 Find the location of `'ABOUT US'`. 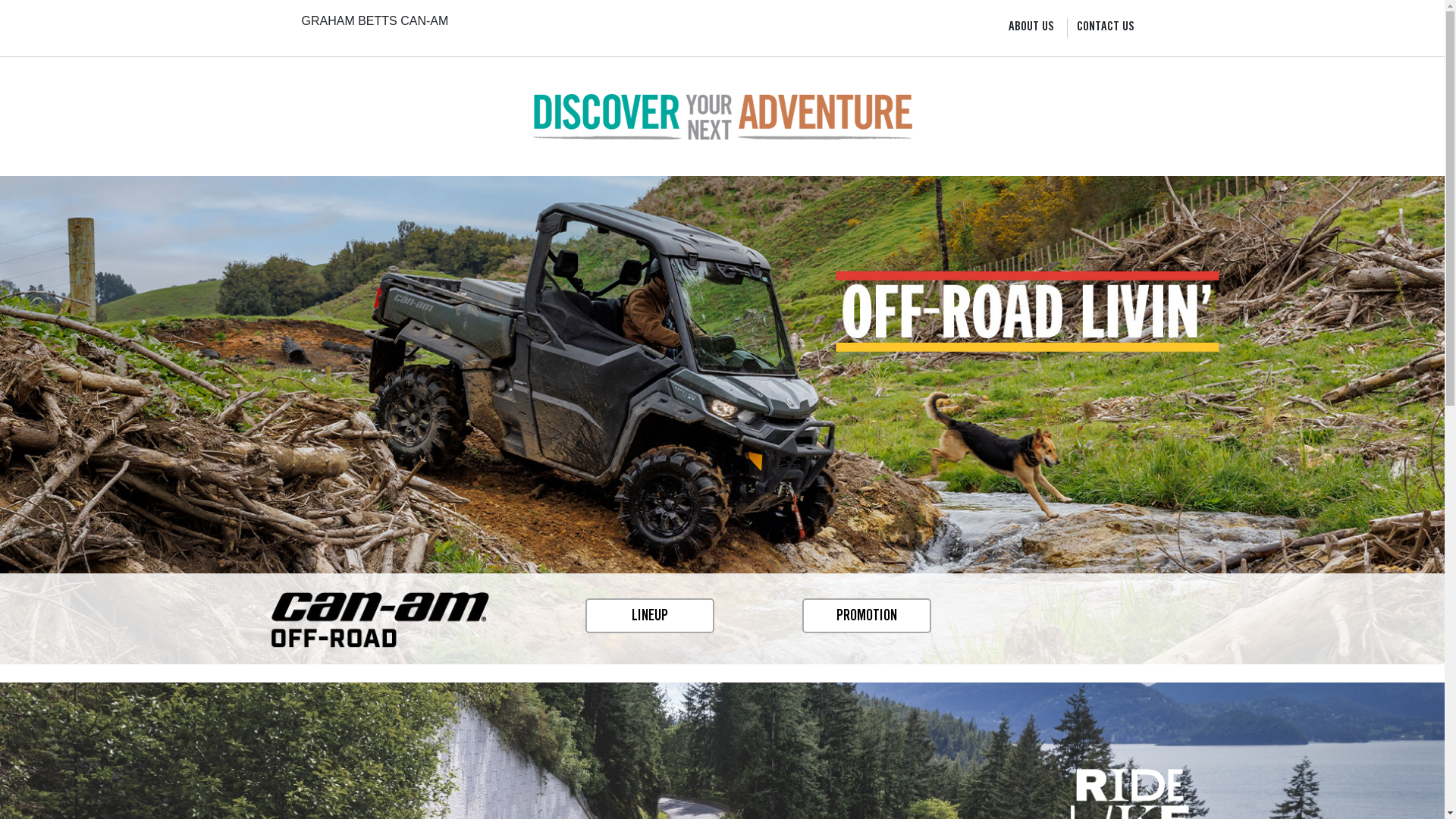

'ABOUT US' is located at coordinates (1031, 28).